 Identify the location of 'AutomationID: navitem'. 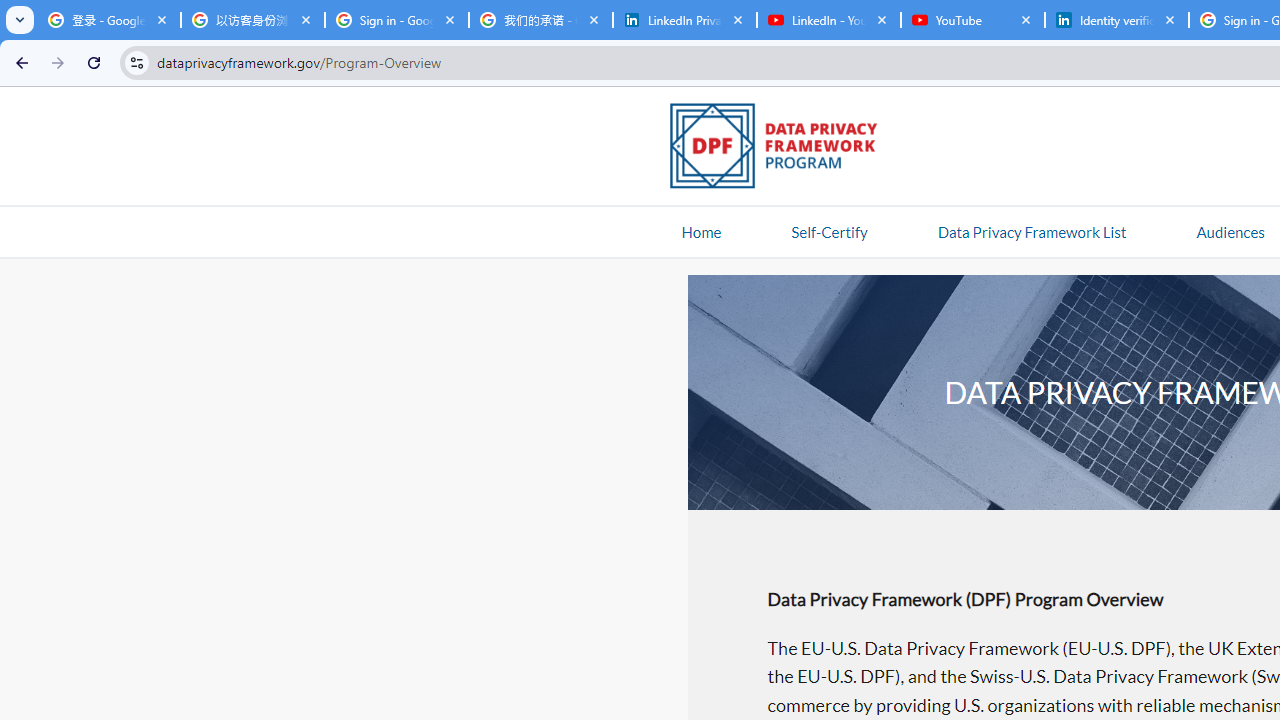
(1229, 230).